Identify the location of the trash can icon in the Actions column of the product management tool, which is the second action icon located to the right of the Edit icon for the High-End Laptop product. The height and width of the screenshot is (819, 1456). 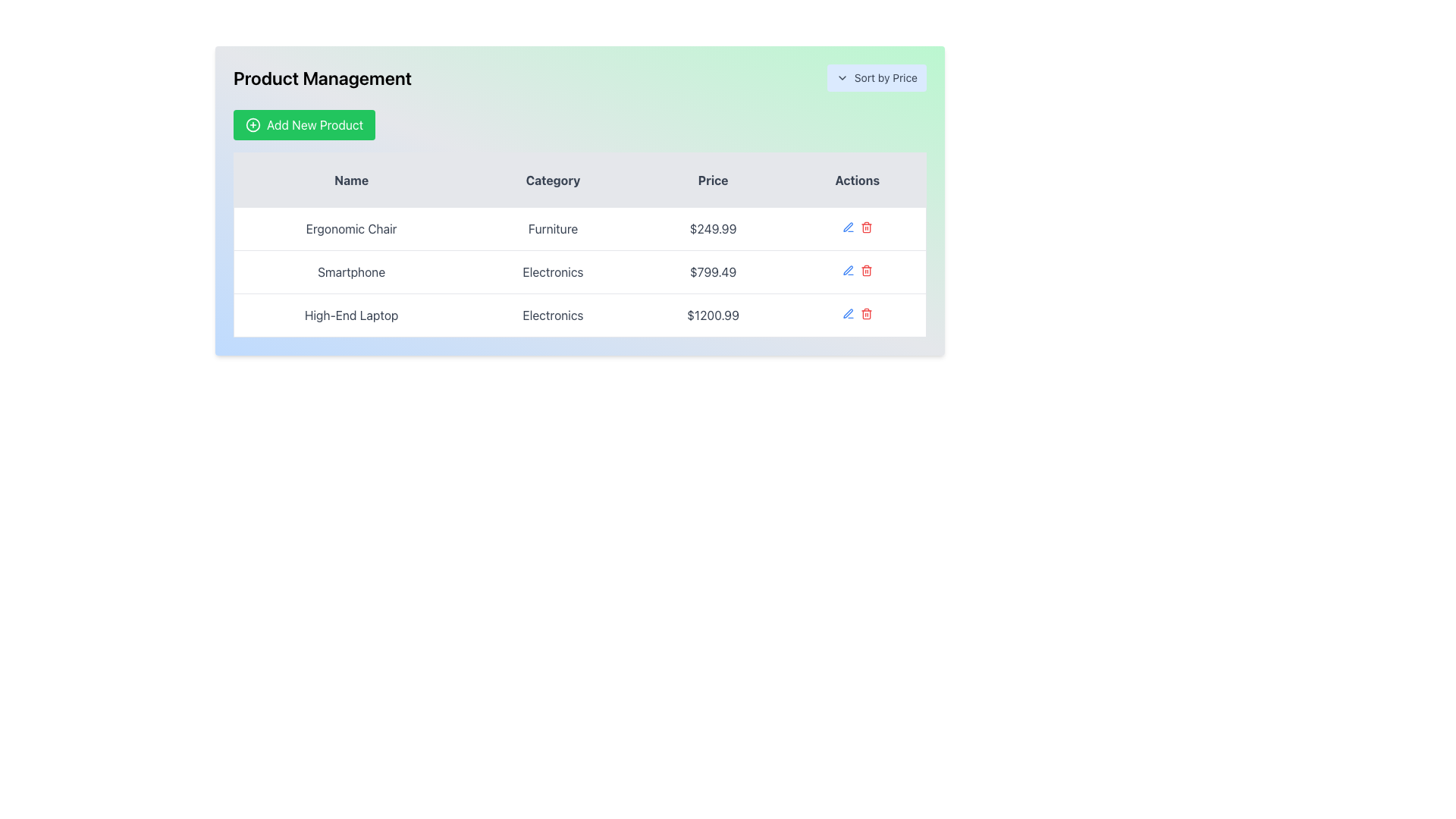
(866, 314).